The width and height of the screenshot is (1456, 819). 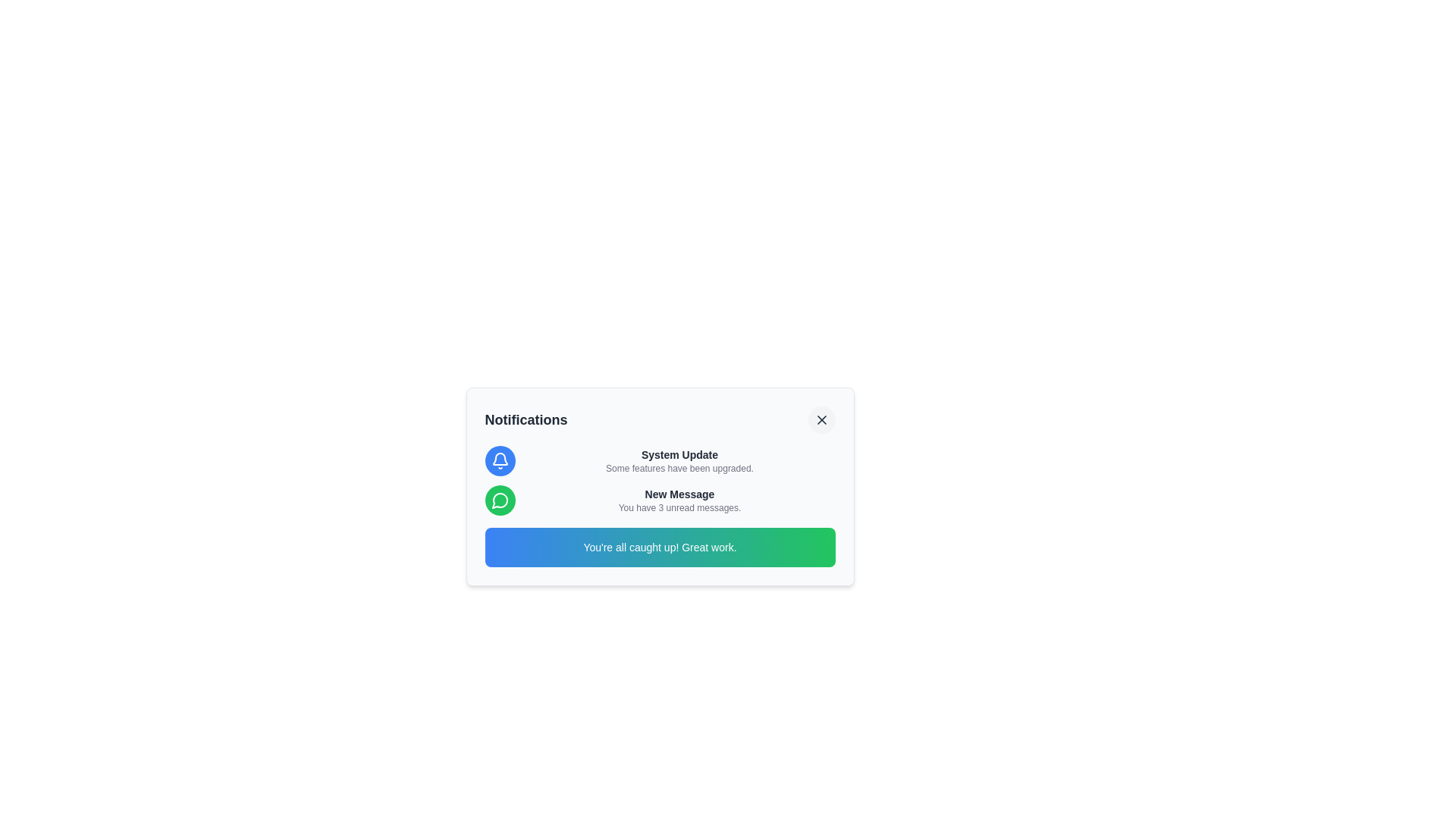 What do you see at coordinates (679, 500) in the screenshot?
I see `the notification preview element that displays new message activity, positioned above the 'You're all caught up! Great work!' button and to the right of a green circular icon` at bounding box center [679, 500].